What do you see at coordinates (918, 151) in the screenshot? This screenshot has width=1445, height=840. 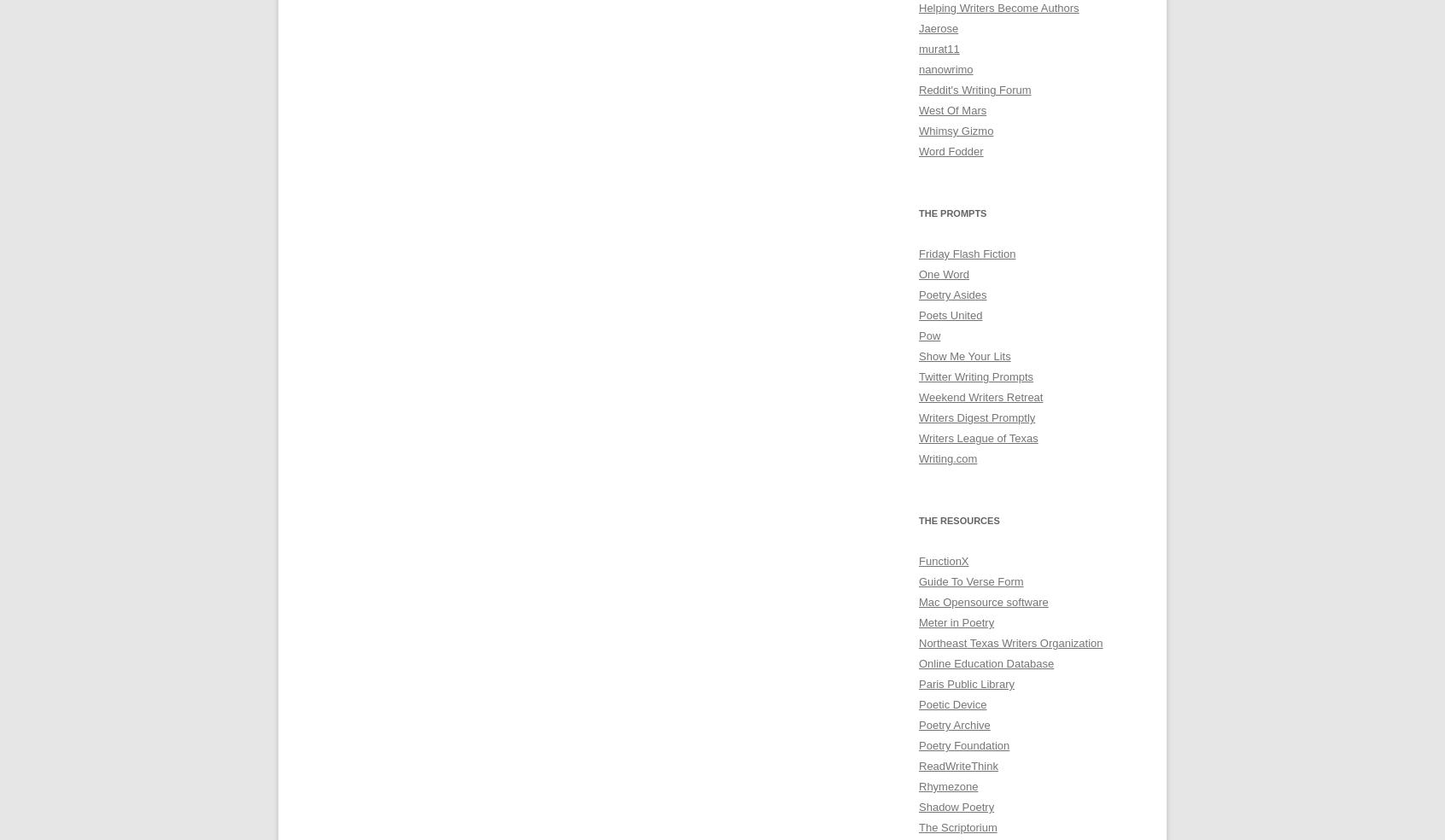 I see `'Word Fodder'` at bounding box center [918, 151].